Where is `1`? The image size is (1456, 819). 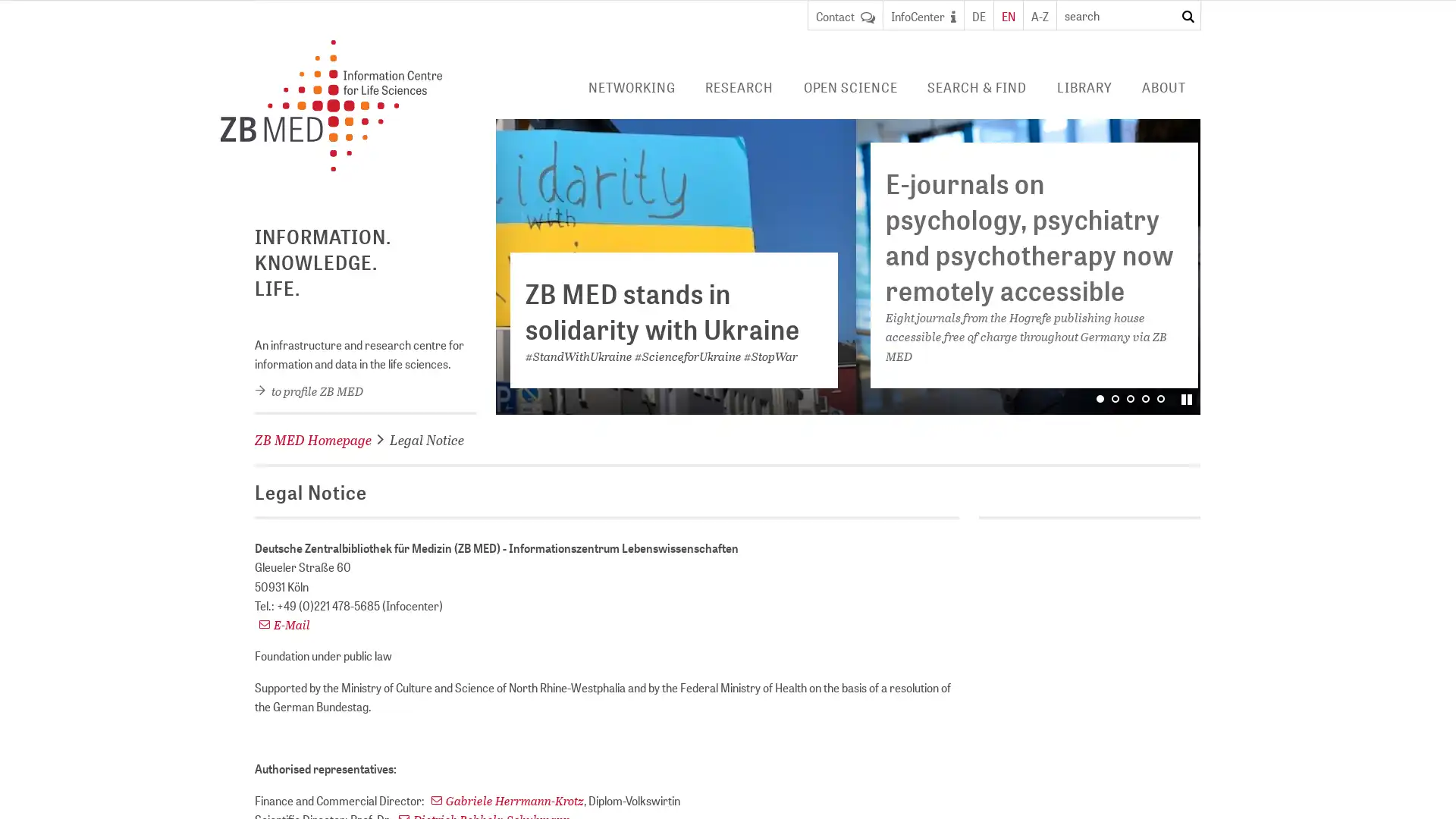 1 is located at coordinates (1100, 397).